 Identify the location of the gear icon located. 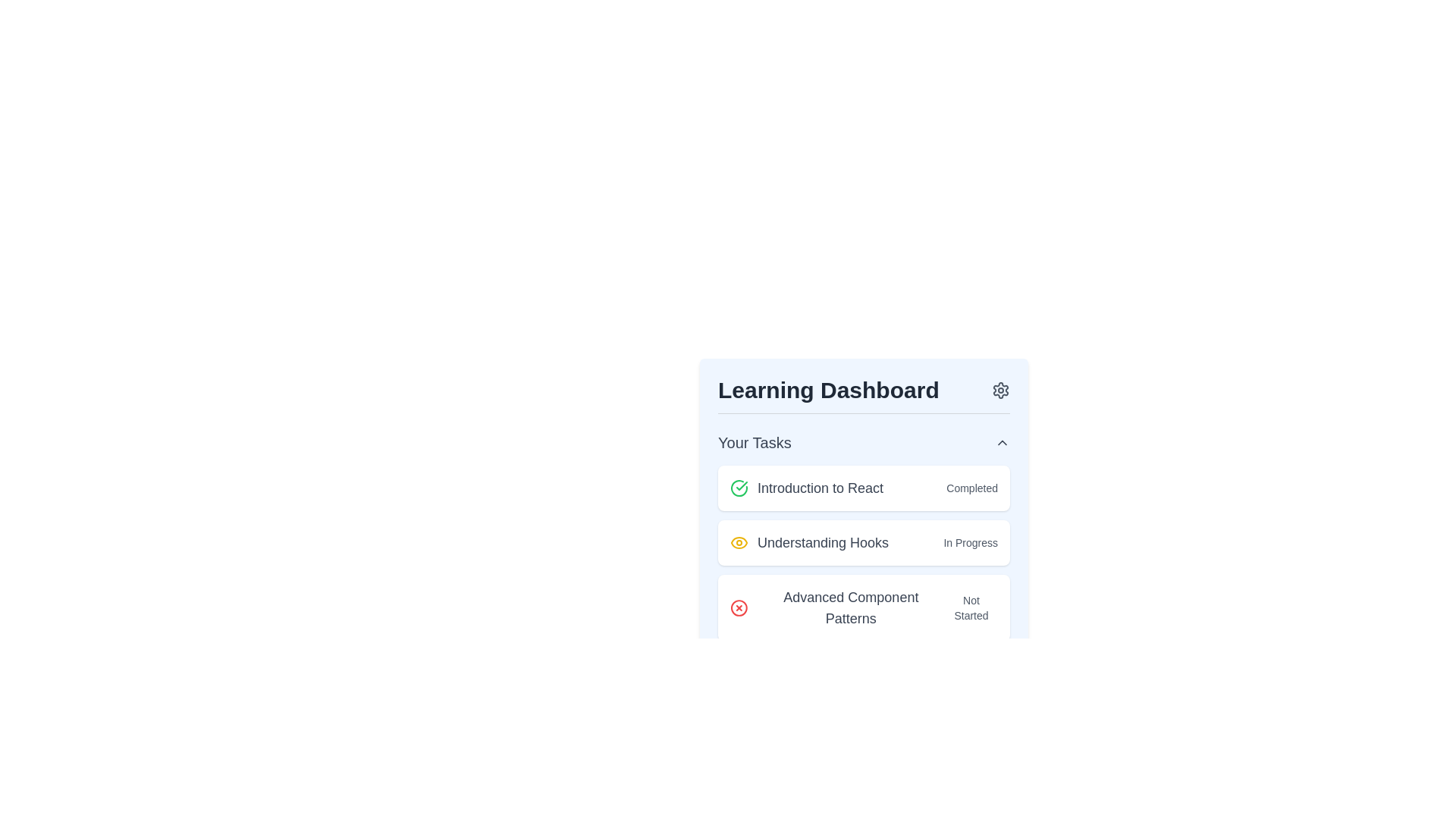
(1001, 390).